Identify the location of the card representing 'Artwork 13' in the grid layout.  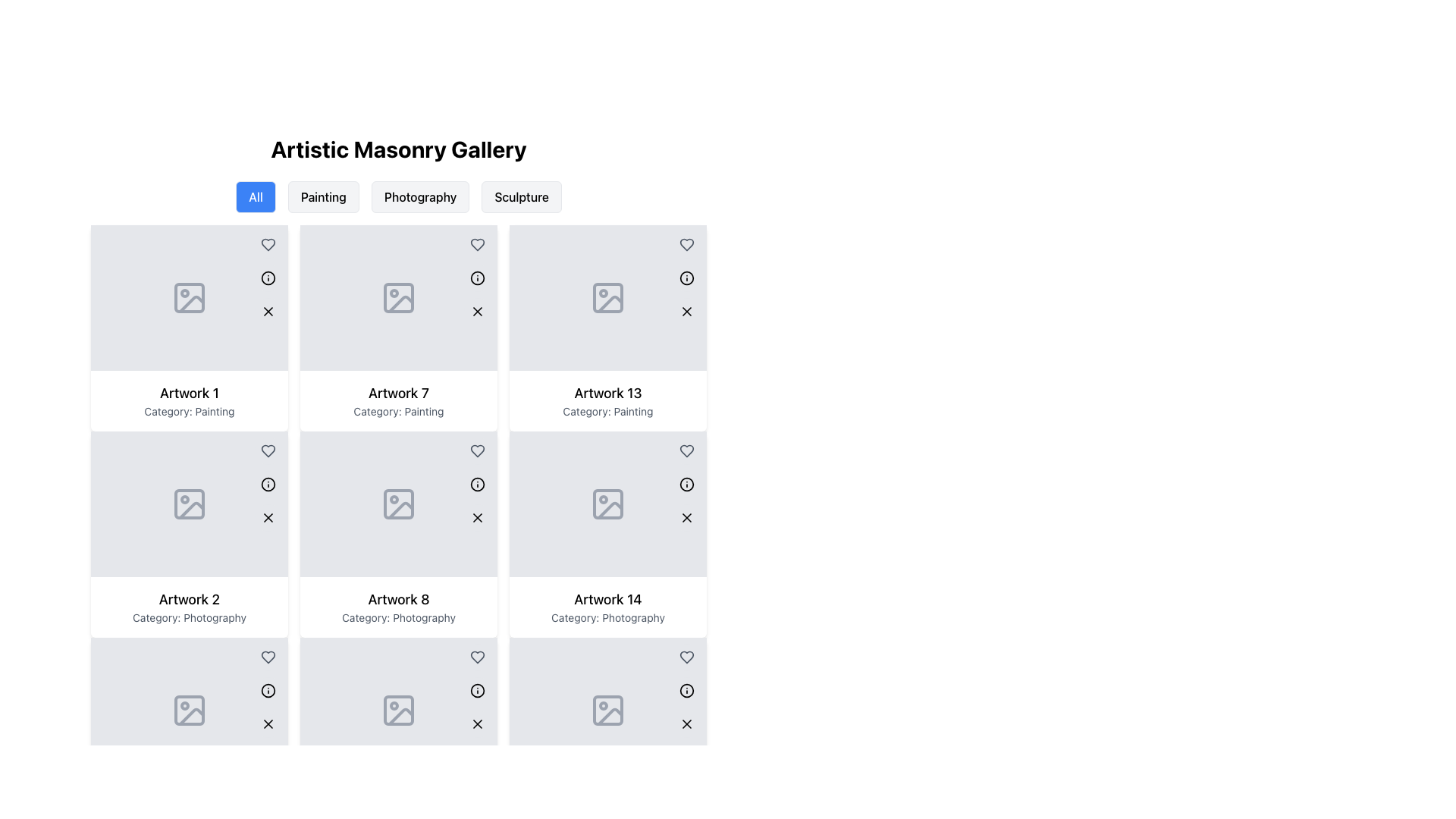
(607, 327).